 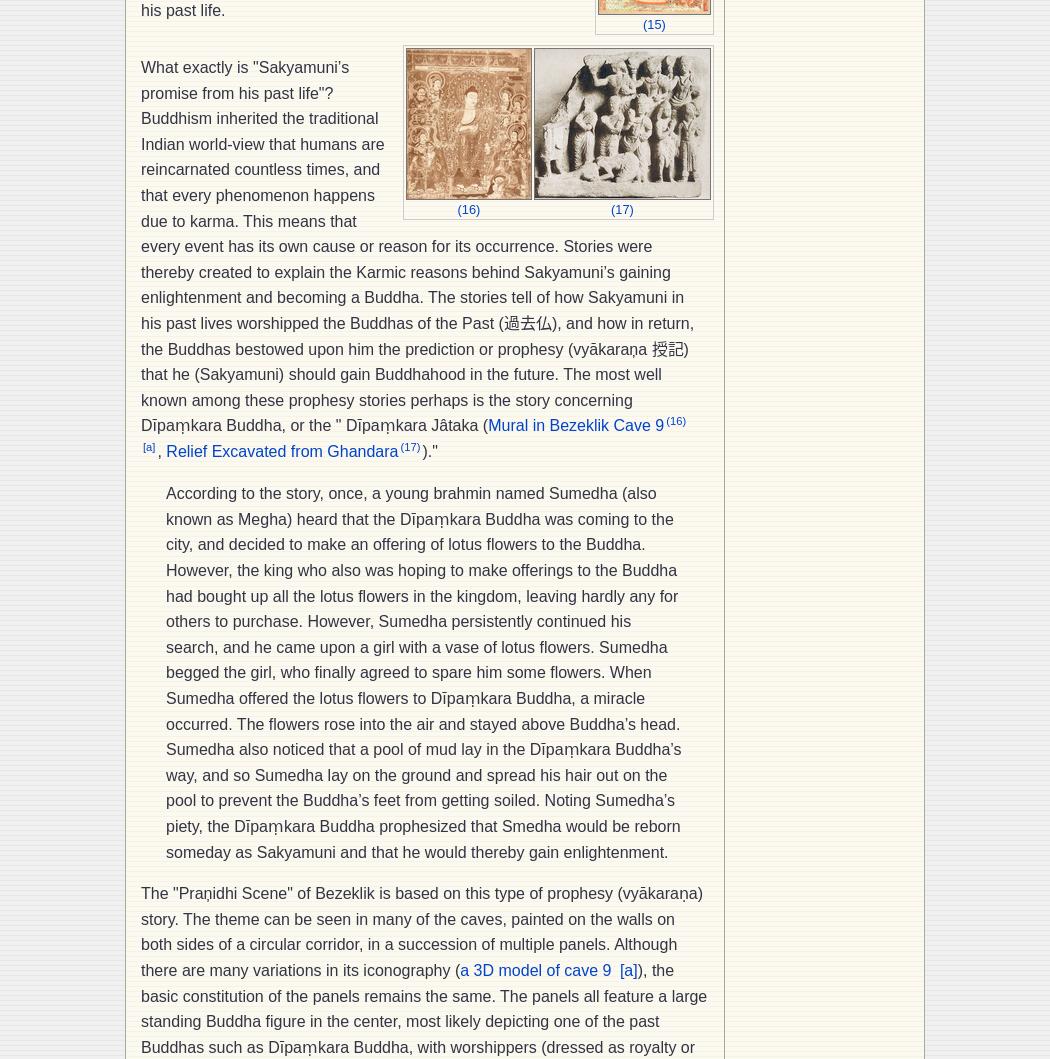 What do you see at coordinates (140, 246) in the screenshot?
I see `'What exactly is "Sakyamuni’s promise from his past life"? Buddhism inherited the traditional Indian world-view that humans are reincarnated countless times, and that every phenomenon happens due to karma. This means that every event has its own cause or reason for its occurrence. Stories were thereby created to explain the Karmic reasons behind Sakyamuni’s gaining enlightenment and becoming a Buddha. The stories tell of how Sakyamuni in his past lives worshipped the Buddhas of the Past (過去仏), and how in return, the Buddhas bestowed upon him the prediction or prophesy (vyākaraņa 授記) that he (Sakyamuni) should gain Buddhahood in the future. The most well known among these prophesy stories perhaps is the story concerning Dīpaṃkara Buddha, or the " Dīpaṃkara Jâtaka ('` at bounding box center [140, 246].